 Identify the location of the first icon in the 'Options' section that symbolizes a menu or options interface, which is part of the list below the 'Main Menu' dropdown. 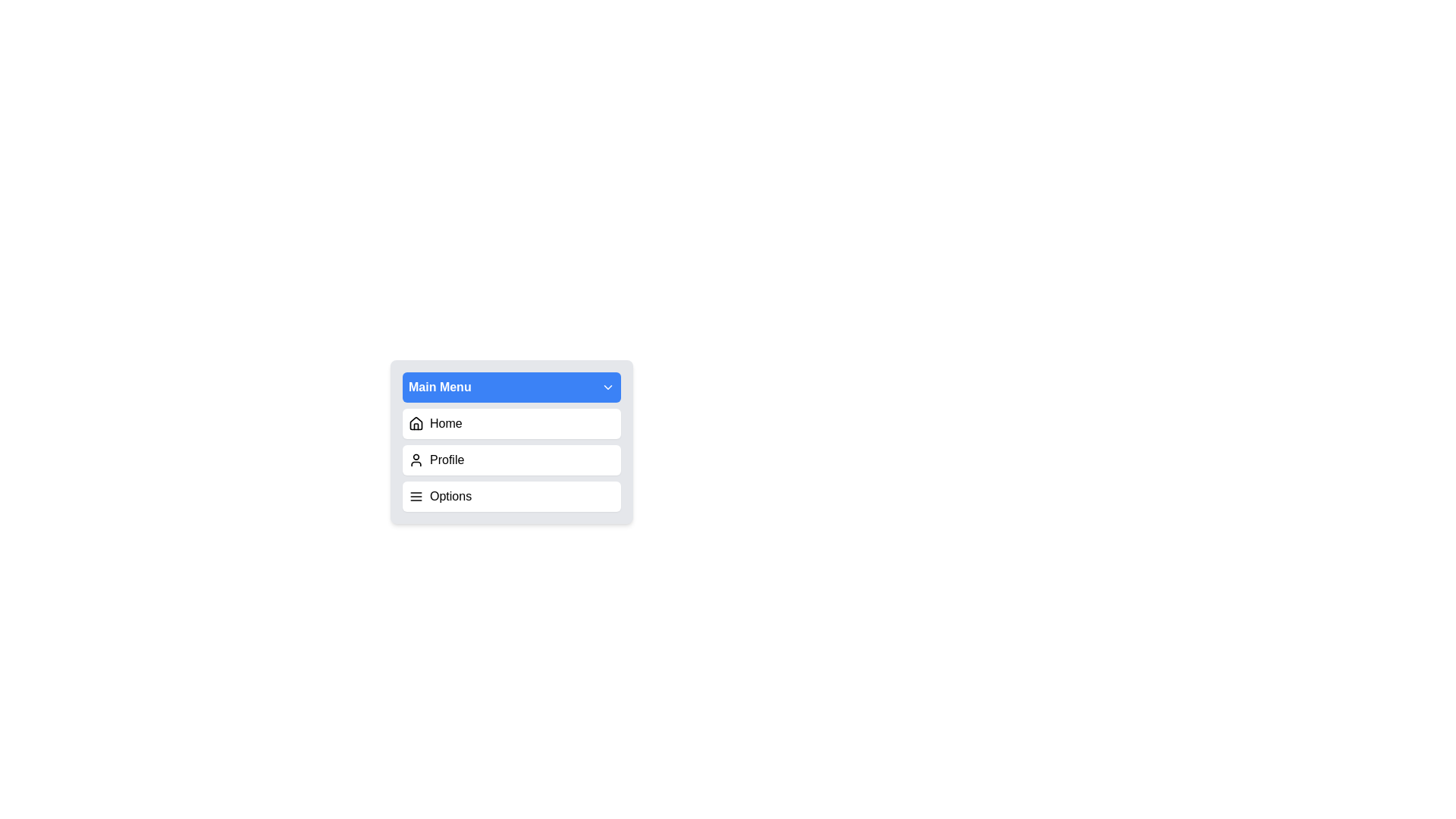
(416, 497).